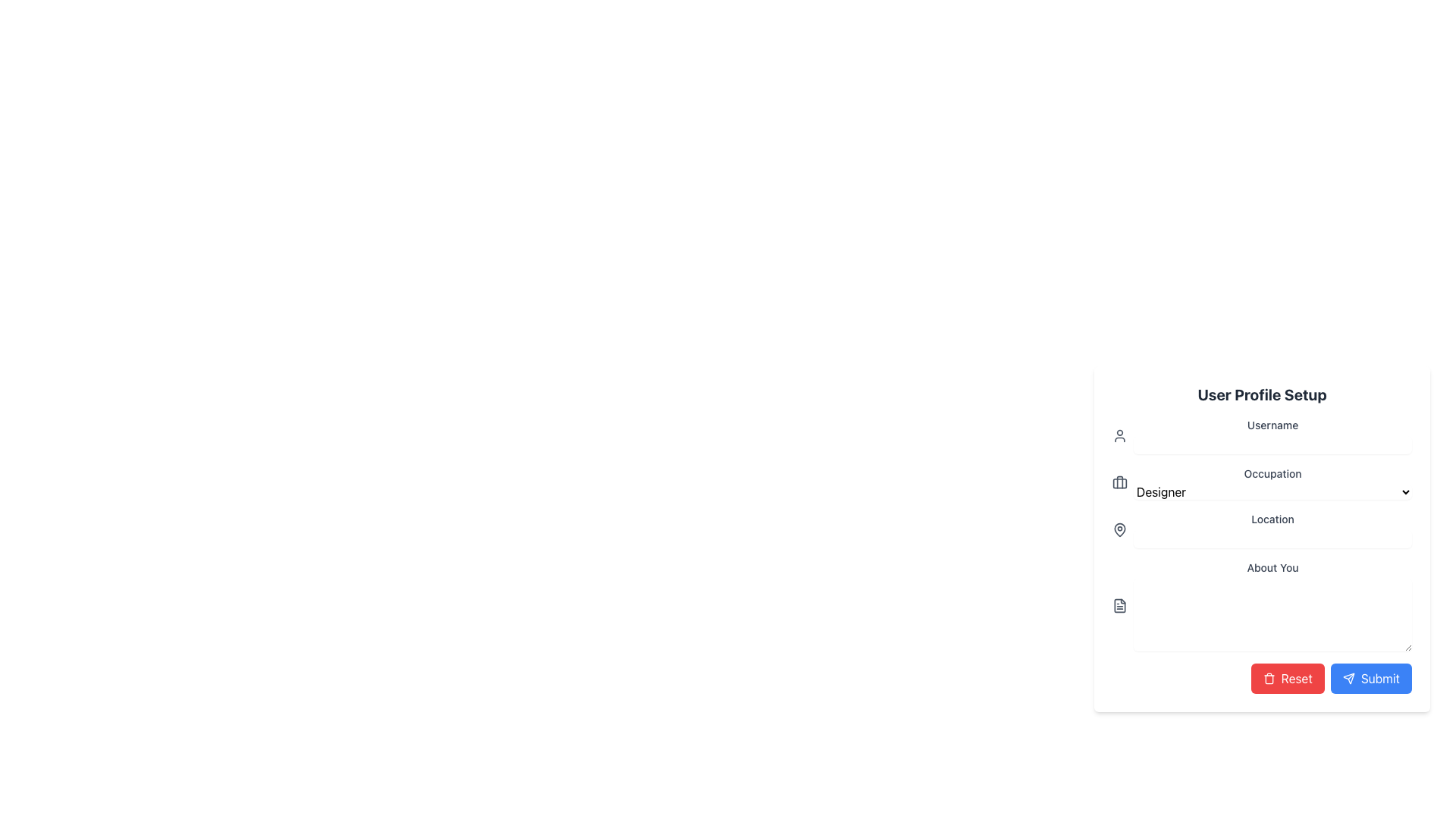 The width and height of the screenshot is (1456, 819). I want to click on the Text Label in the 'User Profile Setup' section that describes the adjacent dropdown menu for selecting an occupation, located to the right of a bag icon and directly above the dropdown menu, so click(1272, 472).